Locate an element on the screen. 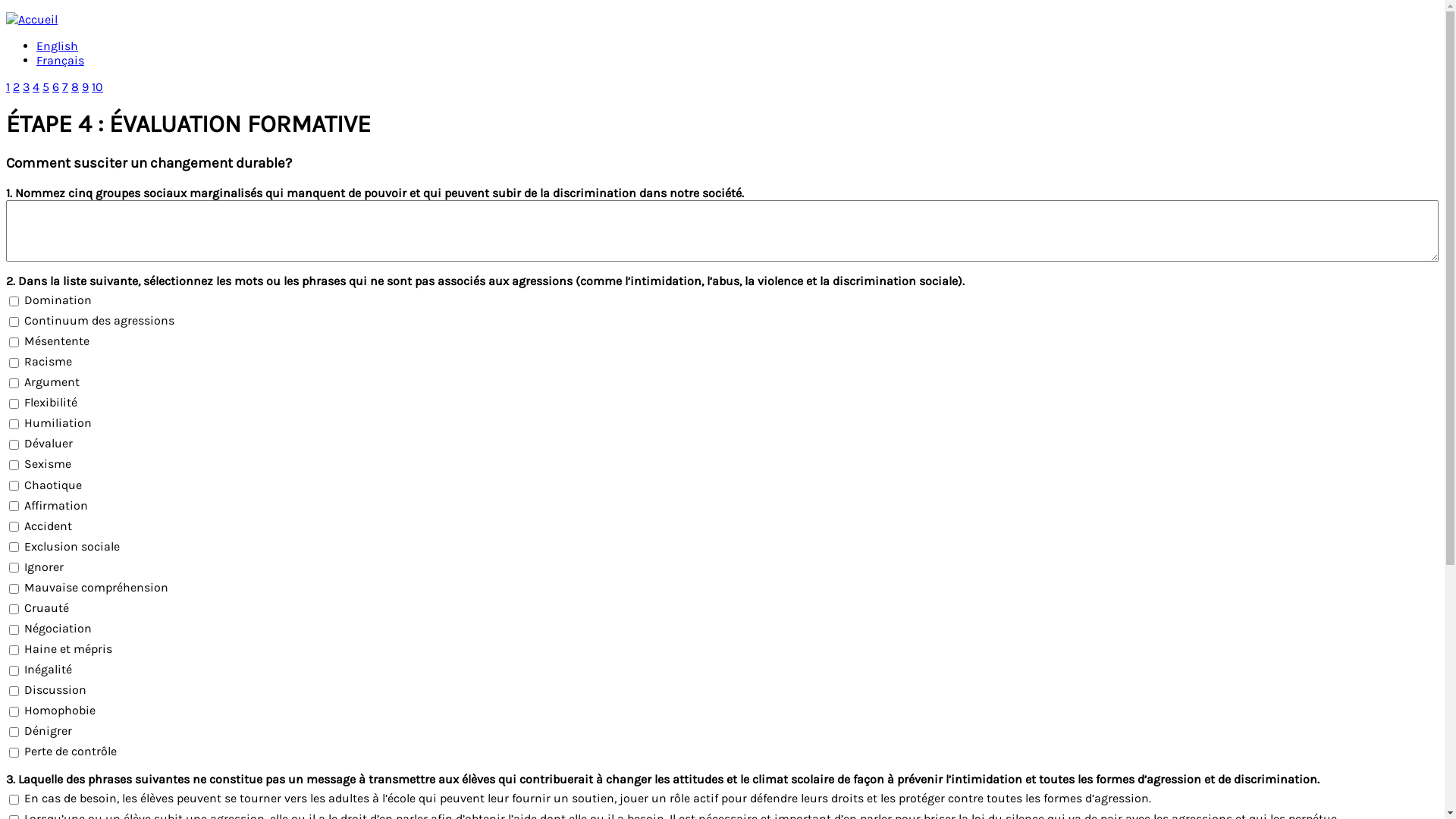 This screenshot has width=1456, height=819. '7' is located at coordinates (64, 86).